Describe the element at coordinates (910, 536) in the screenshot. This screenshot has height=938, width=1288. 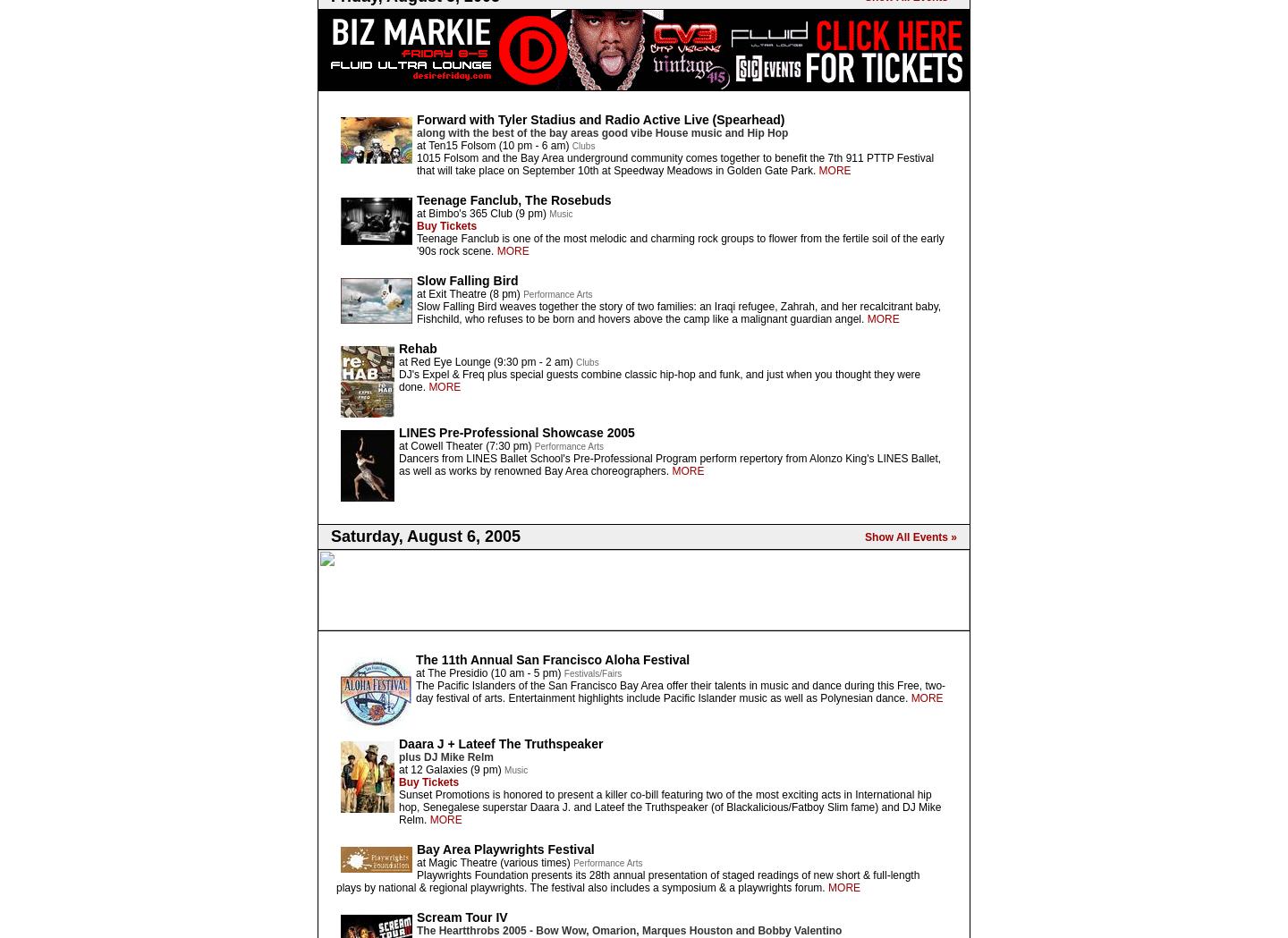
I see `'Show All Events »'` at that location.